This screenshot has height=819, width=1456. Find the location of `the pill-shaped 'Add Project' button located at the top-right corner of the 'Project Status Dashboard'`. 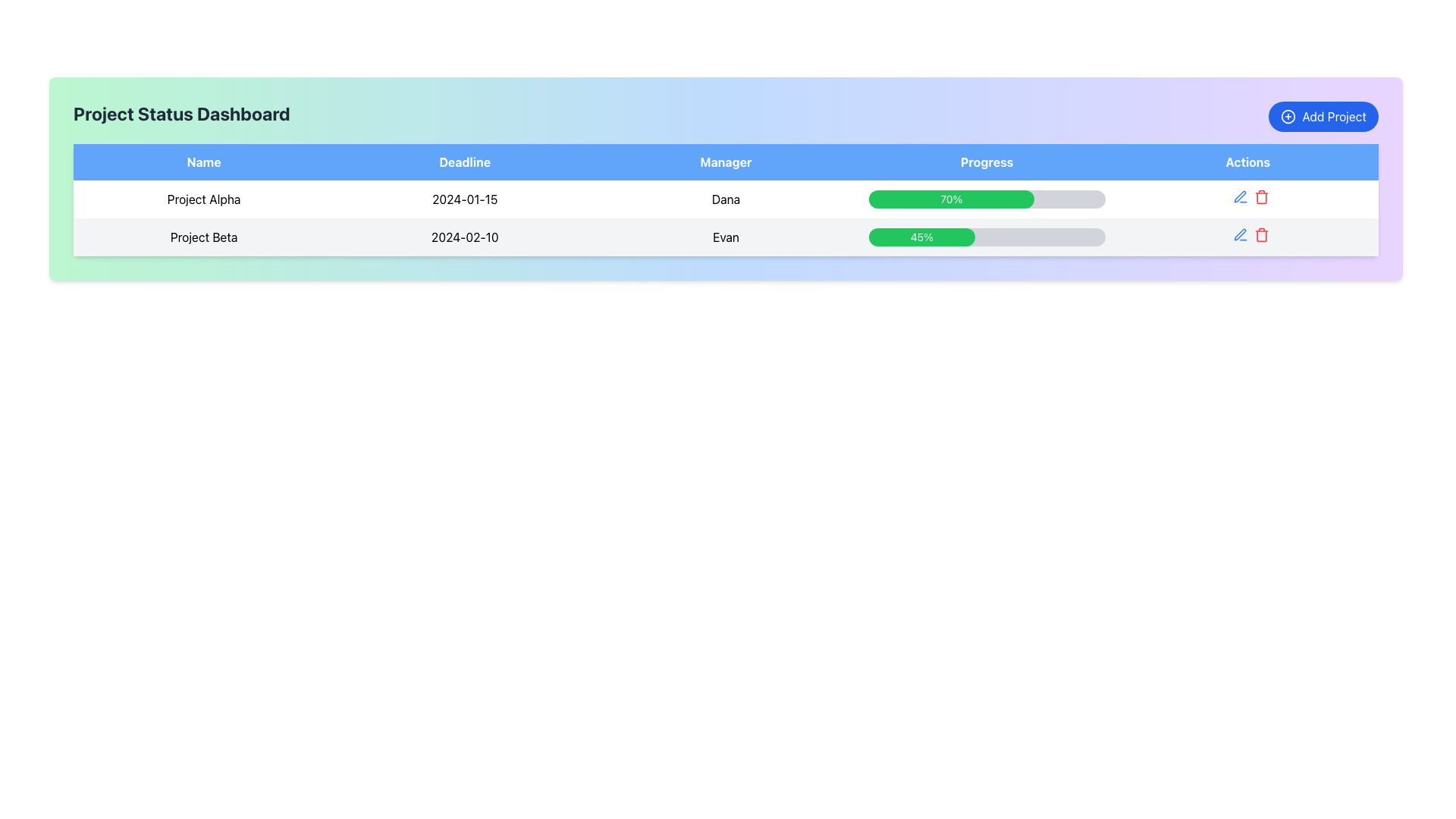

the pill-shaped 'Add Project' button located at the top-right corner of the 'Project Status Dashboard' is located at coordinates (1323, 116).